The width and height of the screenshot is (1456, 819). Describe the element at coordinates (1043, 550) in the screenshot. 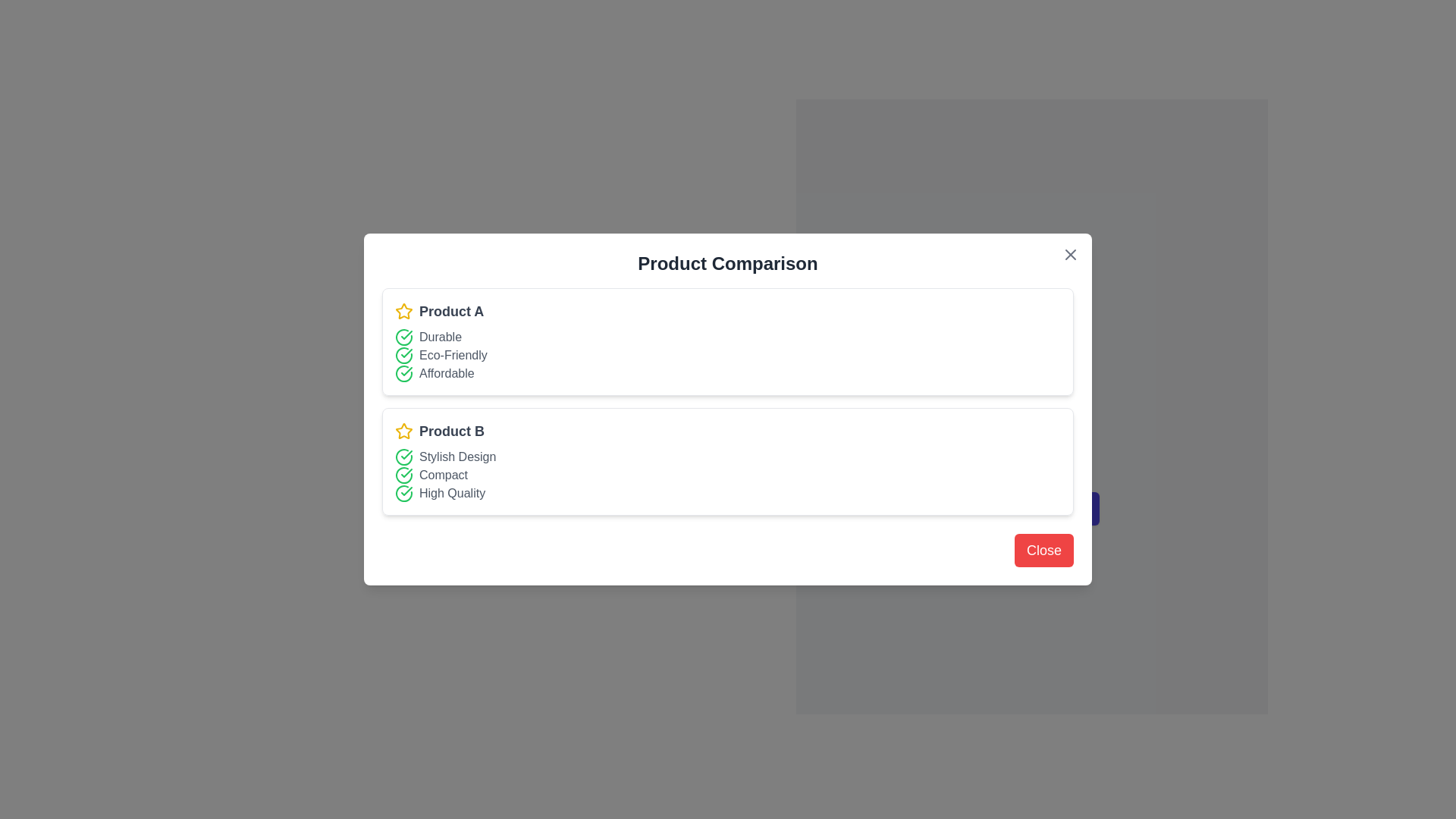

I see `the close button located at the bottom-right corner of the dialog box` at that location.